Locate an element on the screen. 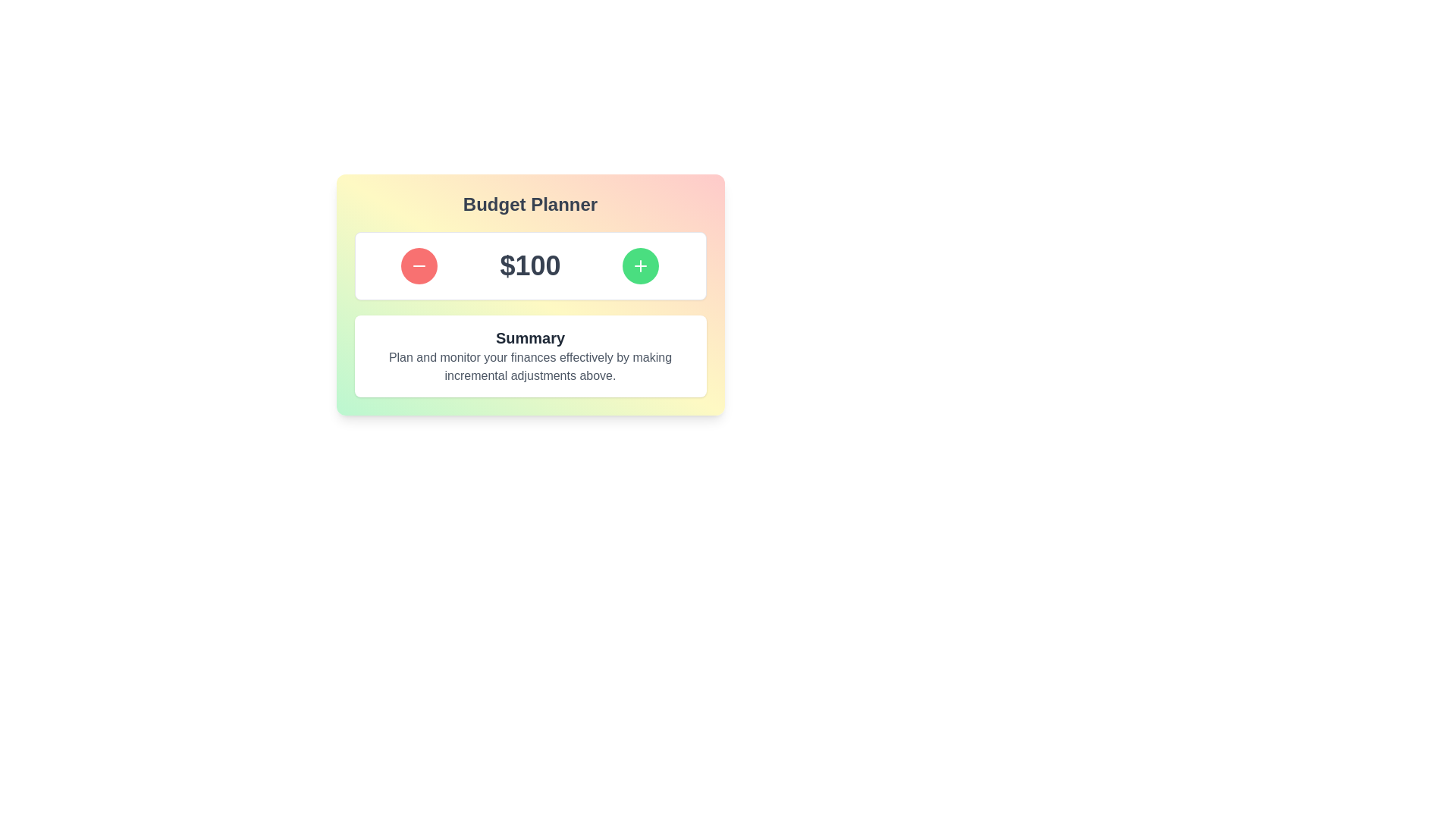  the '+' button located in the top-right corner of the rectangular card interface to increase the numerical value displayed, which is likely related to budgeting is located at coordinates (641, 265).